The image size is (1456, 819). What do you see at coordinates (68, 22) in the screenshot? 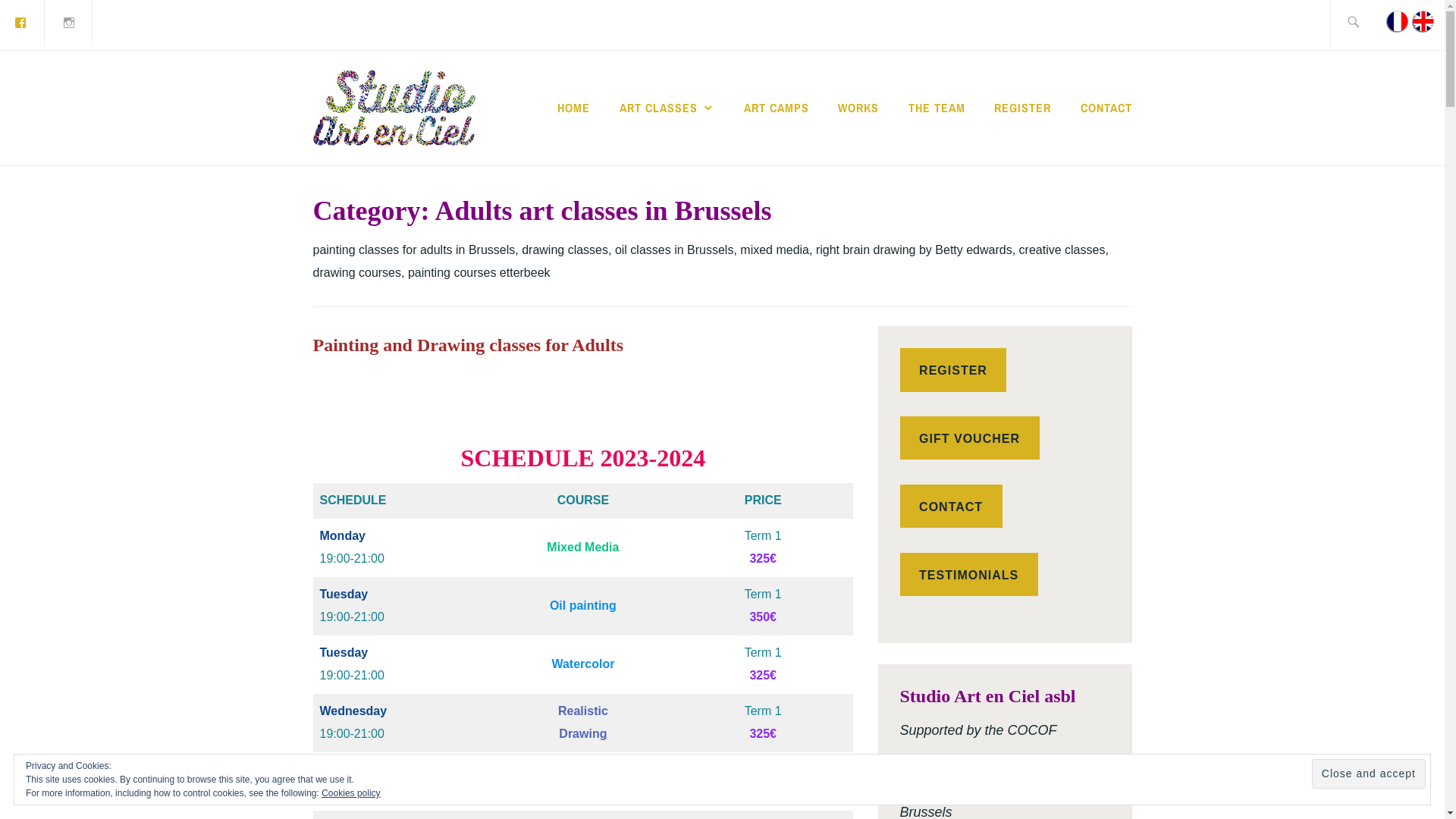
I see `'Instagram'` at bounding box center [68, 22].